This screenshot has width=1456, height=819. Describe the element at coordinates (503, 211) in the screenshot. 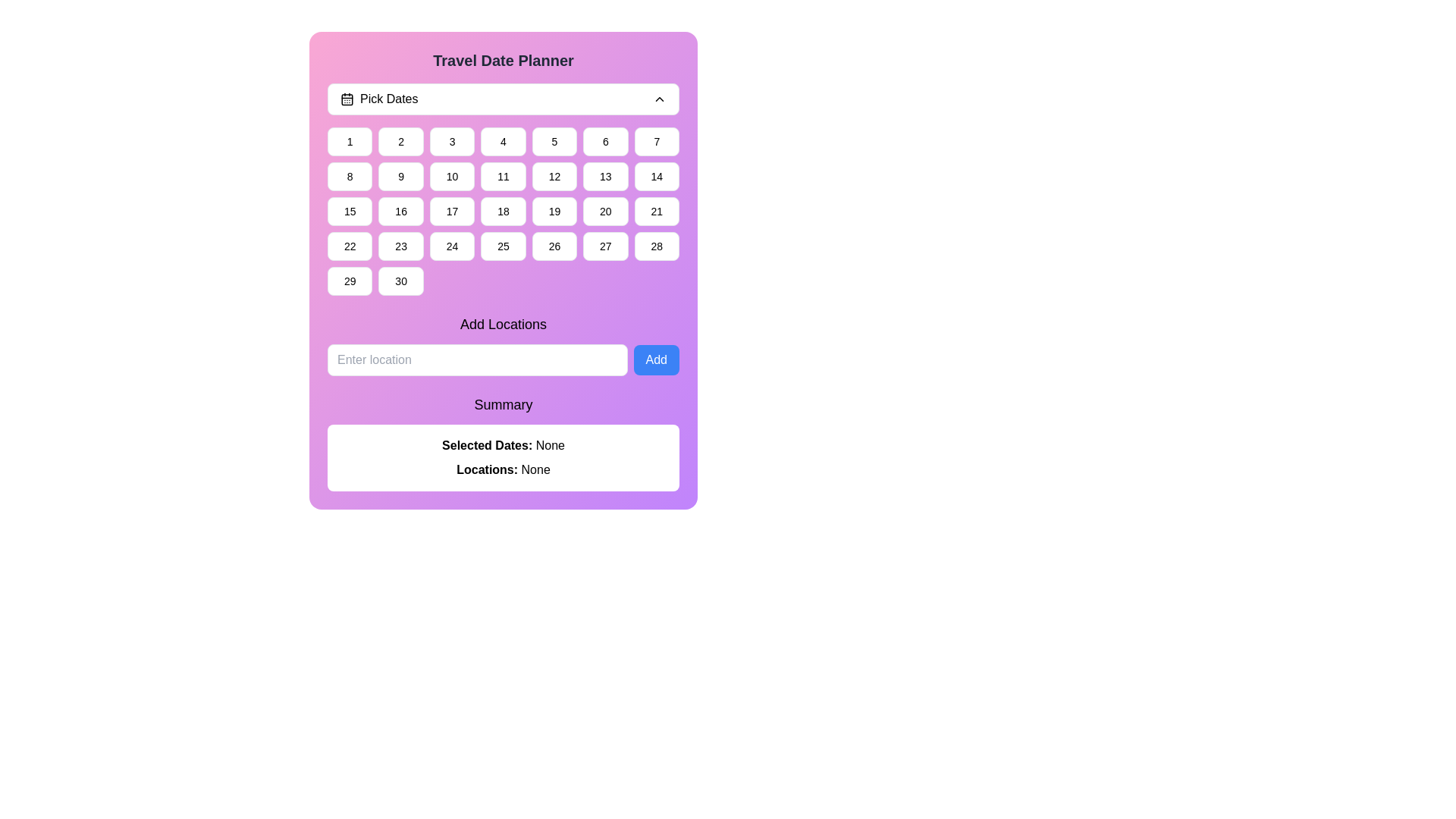

I see `the button with the number '18' which is styled with a white background and gray border, located in the third row and fourth column of the grid below the 'Travel Date Planner' header` at that location.